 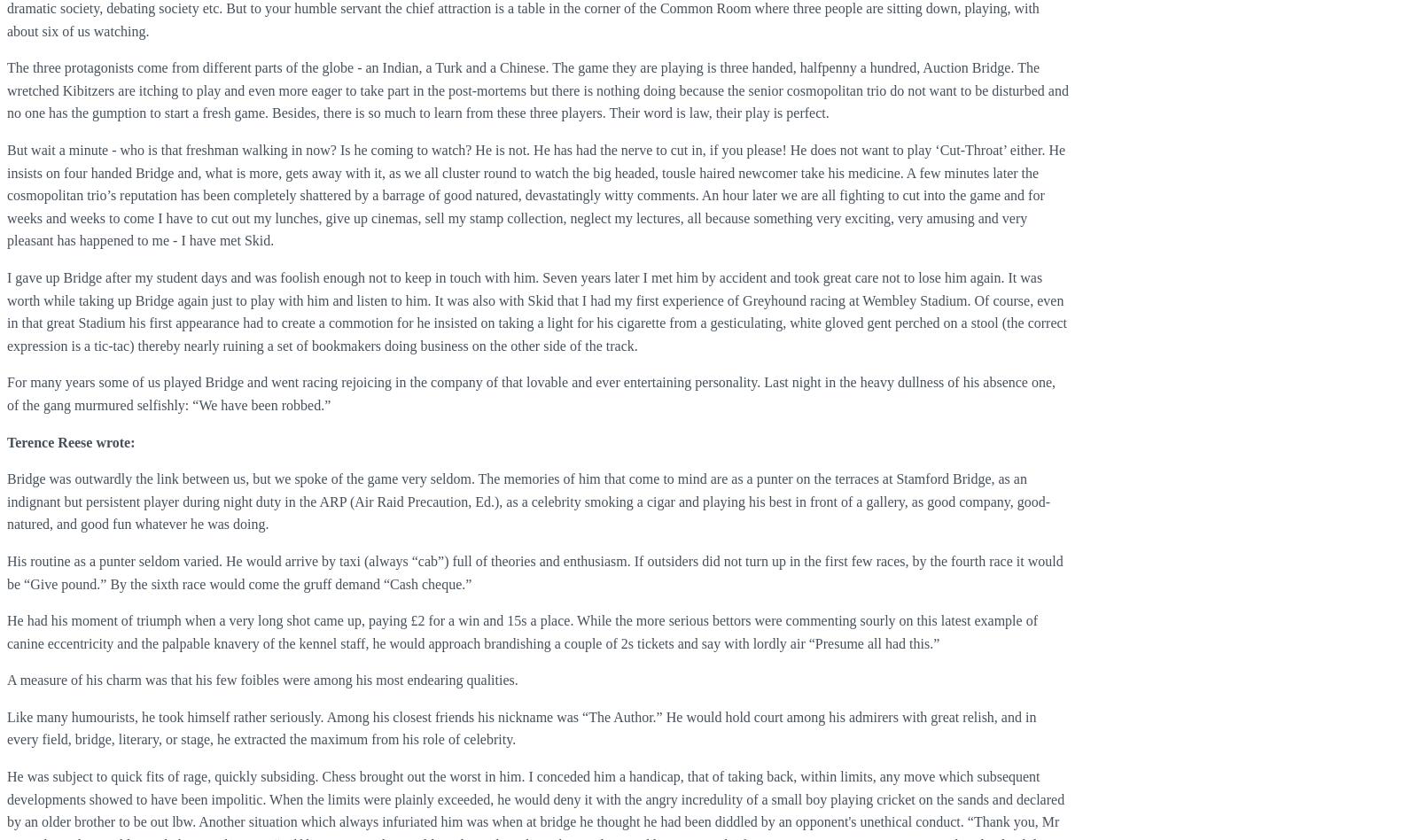 I want to click on 'I gave up Bridge after my student days and was foolish enough not to keep in touch with him.  Seven years later I met him by accident and took great care not to lose him again.  It was worth while taking up Bridge again just to play with him and listen to him.  It was also with Skid that I had my first experience of Greyhound racing at Wembley Stadium.  Of course, even in that great Stadium his first appearance had to create a commotion for he insisted on taking a light for his cigarette from a gesticulating, white gloved gent perched on a stool (the correct expression is a tic-tac) thereby nearly ruining a set of bookmakers doing business on the other side of the track.', so click(x=6, y=311).